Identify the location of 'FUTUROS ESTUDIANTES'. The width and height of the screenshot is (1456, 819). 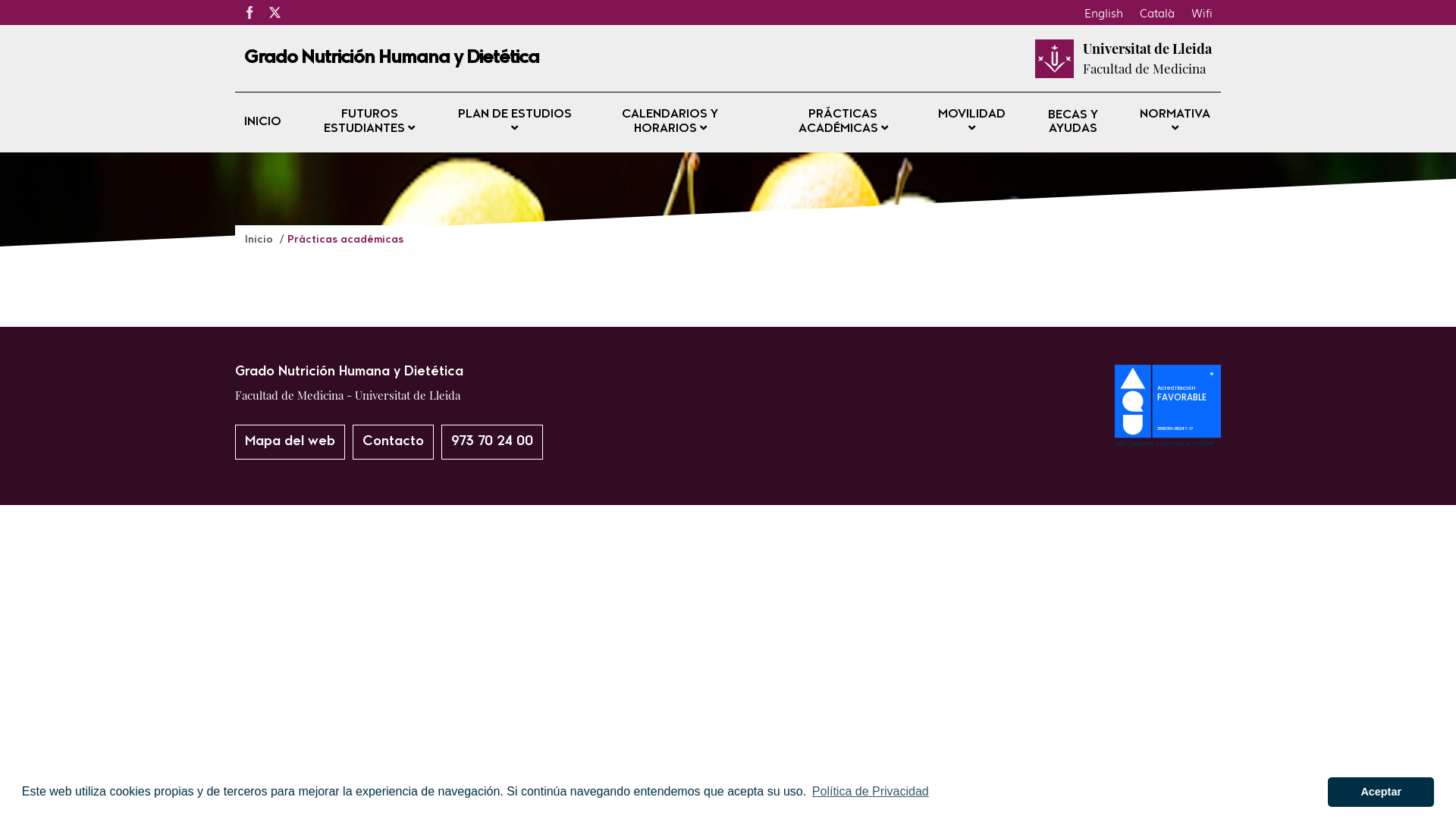
(369, 121).